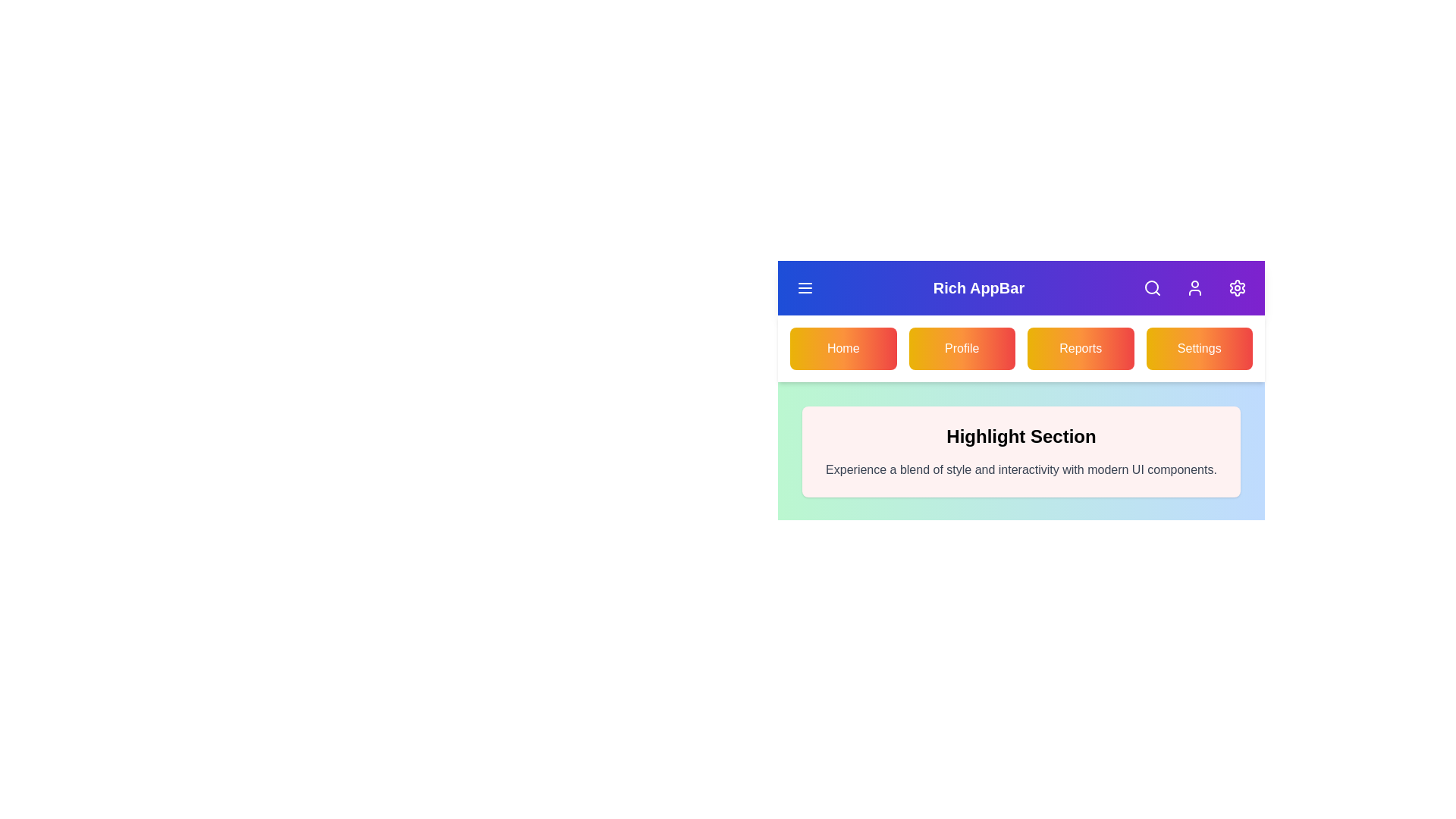 Image resolution: width=1456 pixels, height=819 pixels. I want to click on the button labeled Menu to observe its hover effect, so click(804, 288).